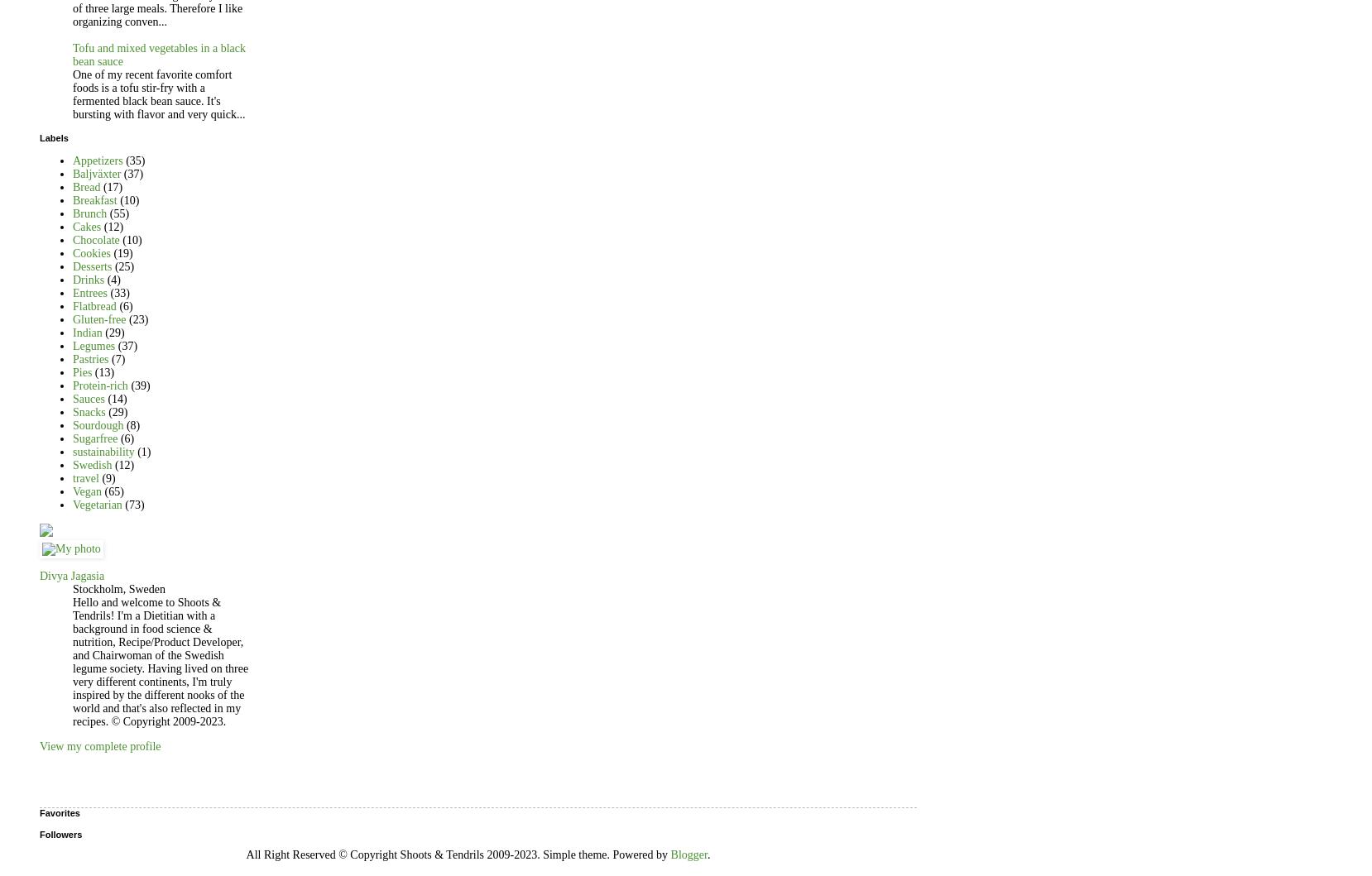 This screenshot has height=876, width=1372. Describe the element at coordinates (86, 491) in the screenshot. I see `'Vegan'` at that location.